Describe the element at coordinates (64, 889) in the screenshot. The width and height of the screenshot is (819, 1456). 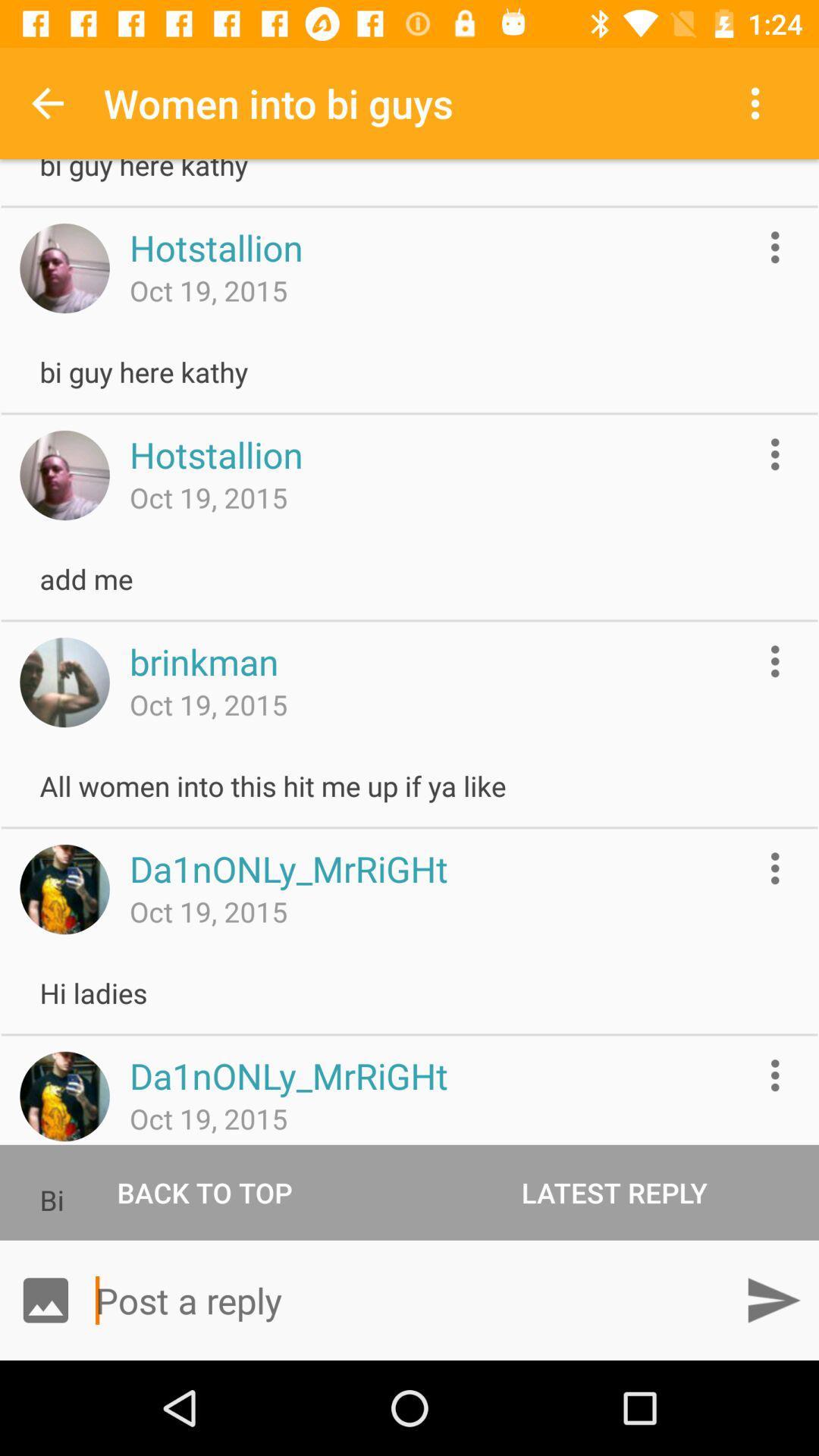
I see `profile picture icon` at that location.